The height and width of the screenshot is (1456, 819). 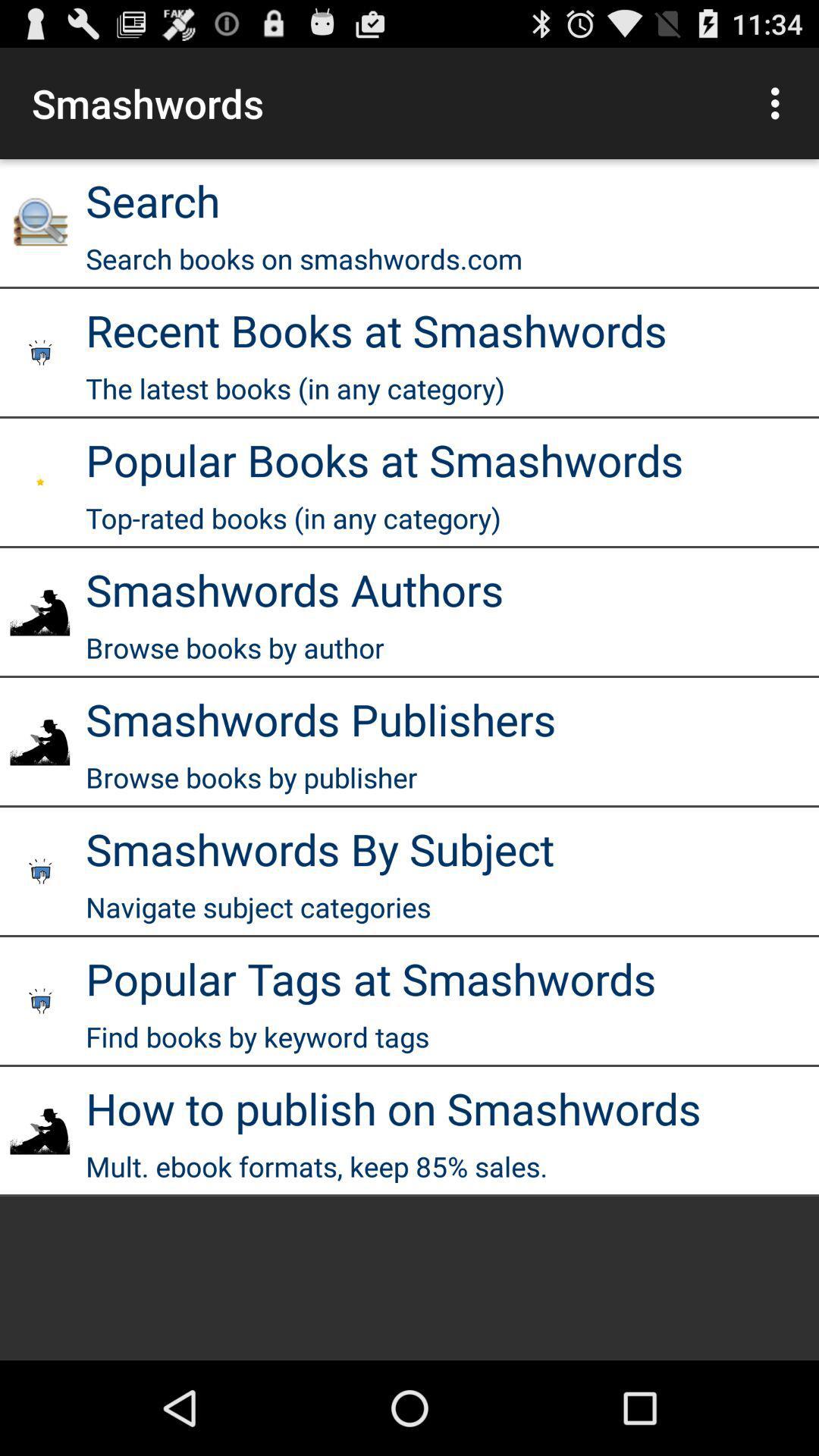 I want to click on app above the smashwords authors item, so click(x=293, y=518).